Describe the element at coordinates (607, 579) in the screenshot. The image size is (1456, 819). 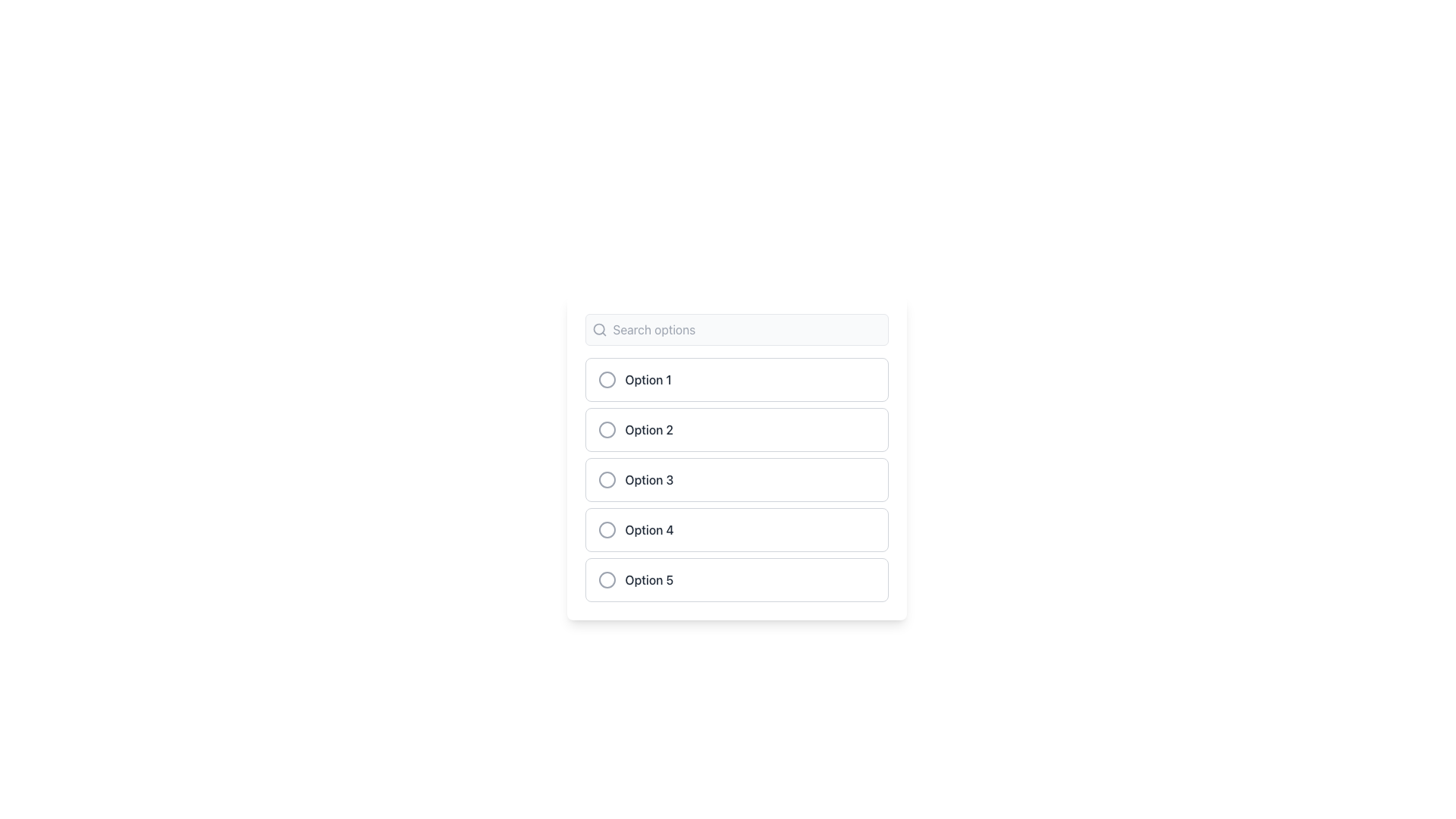
I see `the inner circle of the SVG graphical element that represents the selection indicator in the radio button interface` at that location.